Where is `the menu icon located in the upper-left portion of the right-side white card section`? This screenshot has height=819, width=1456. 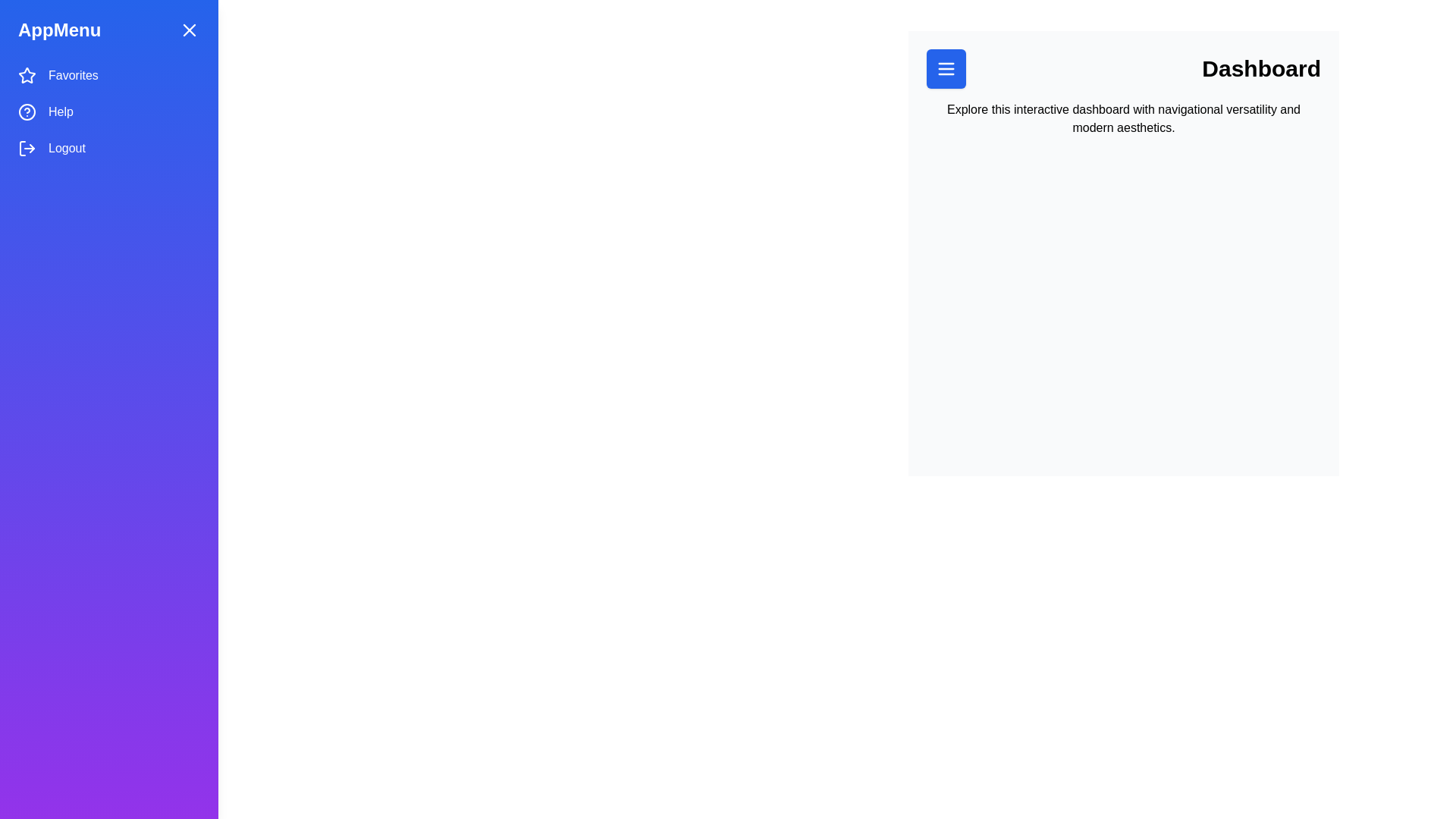 the menu icon located in the upper-left portion of the right-side white card section is located at coordinates (946, 69).